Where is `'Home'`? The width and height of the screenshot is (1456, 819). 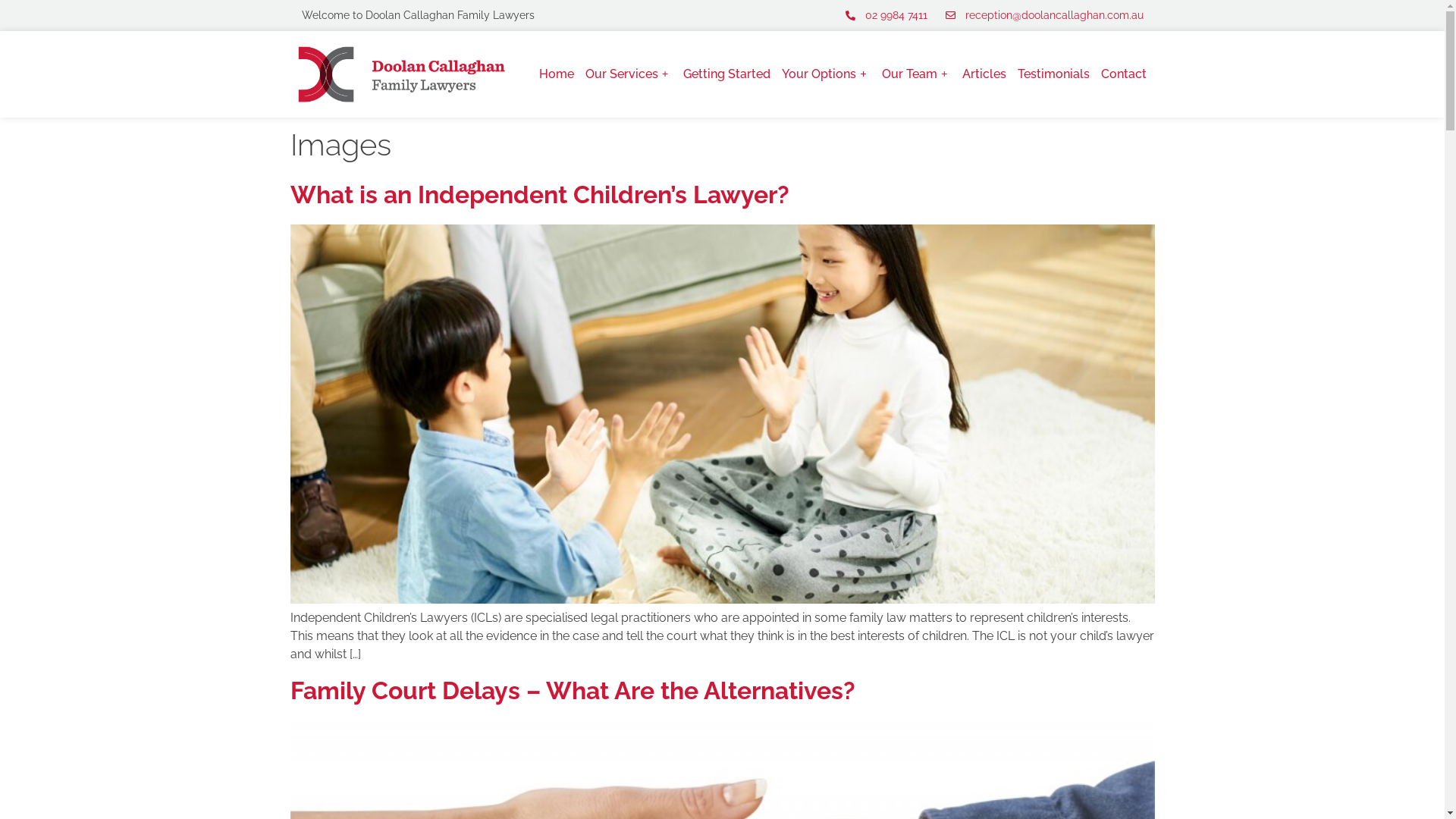 'Home' is located at coordinates (556, 74).